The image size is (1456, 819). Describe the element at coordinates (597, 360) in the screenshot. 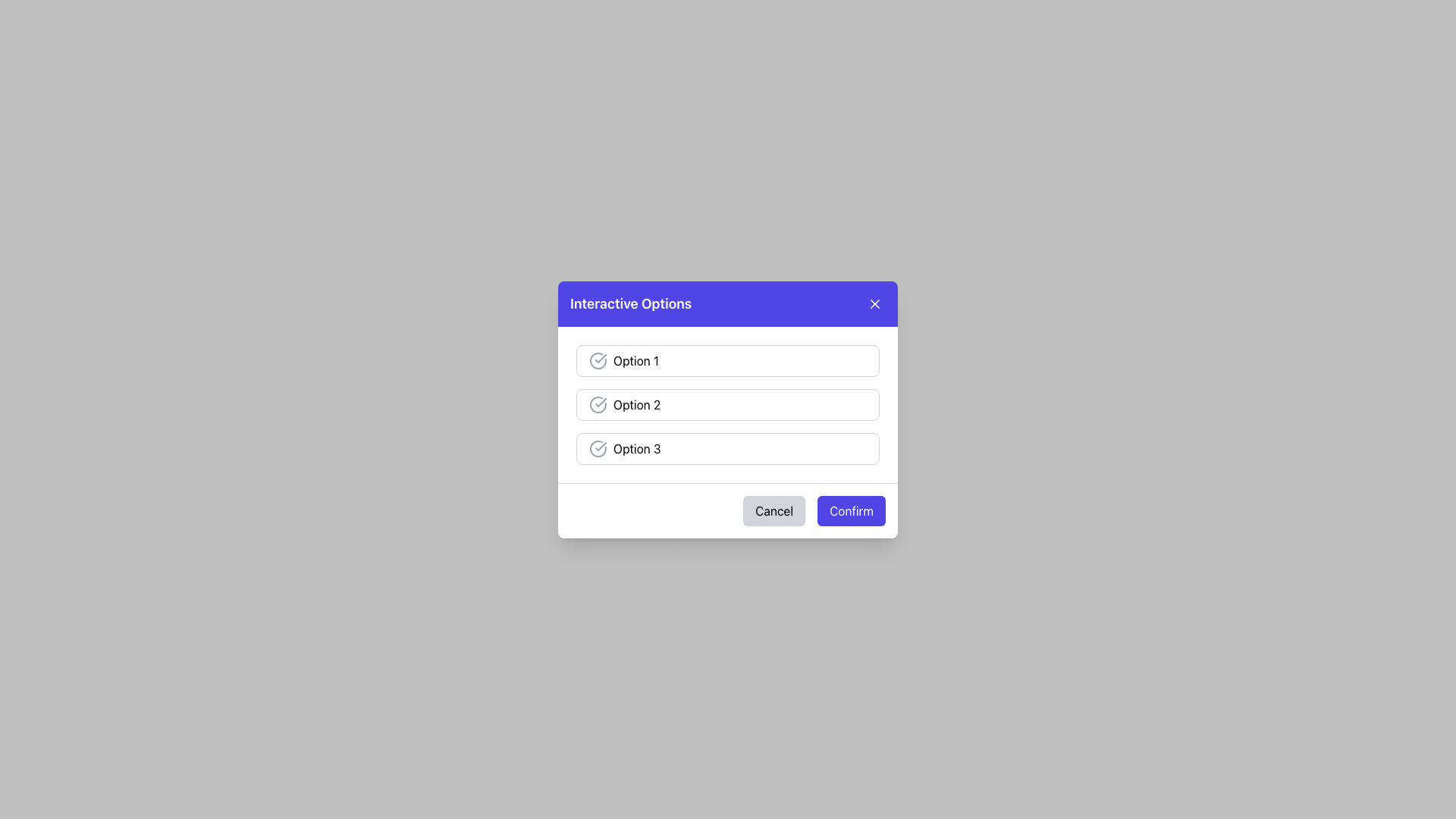

I see `the state of the circular checkmark icon located to the left of the text 'Option 1' in the 'Interactive Options' list` at that location.